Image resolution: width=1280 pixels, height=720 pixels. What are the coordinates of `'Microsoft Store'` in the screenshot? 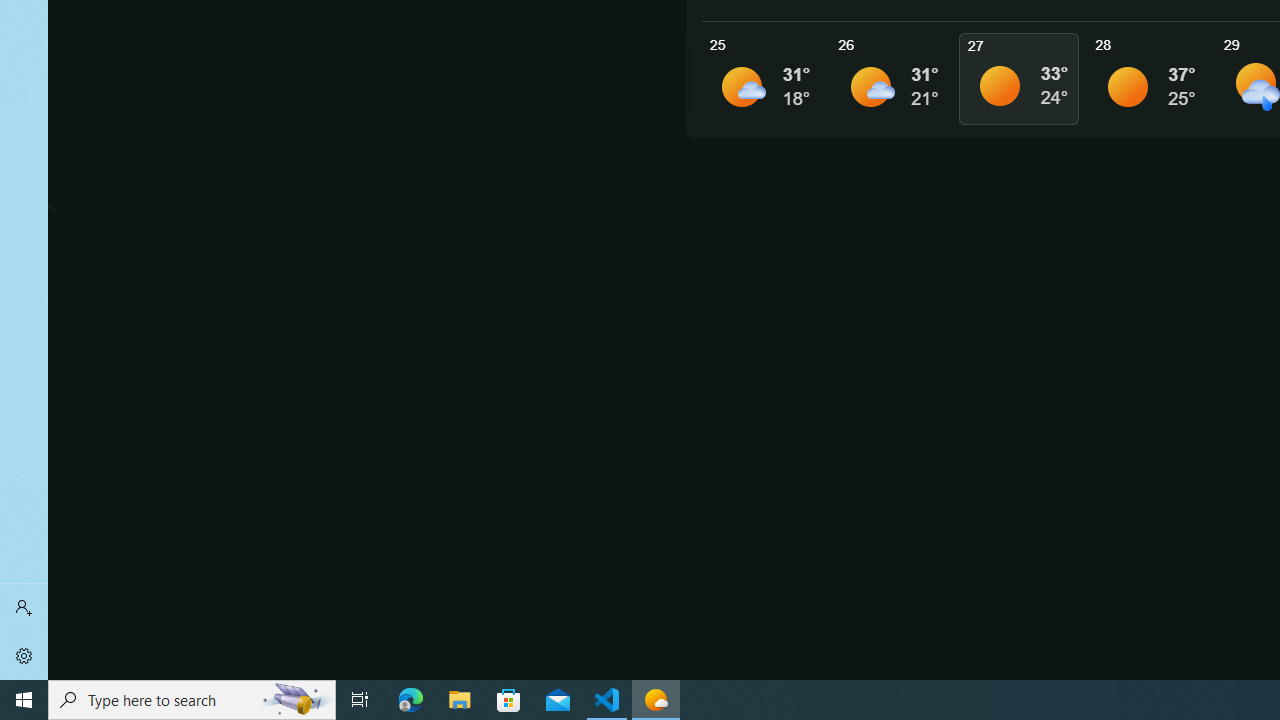 It's located at (509, 698).